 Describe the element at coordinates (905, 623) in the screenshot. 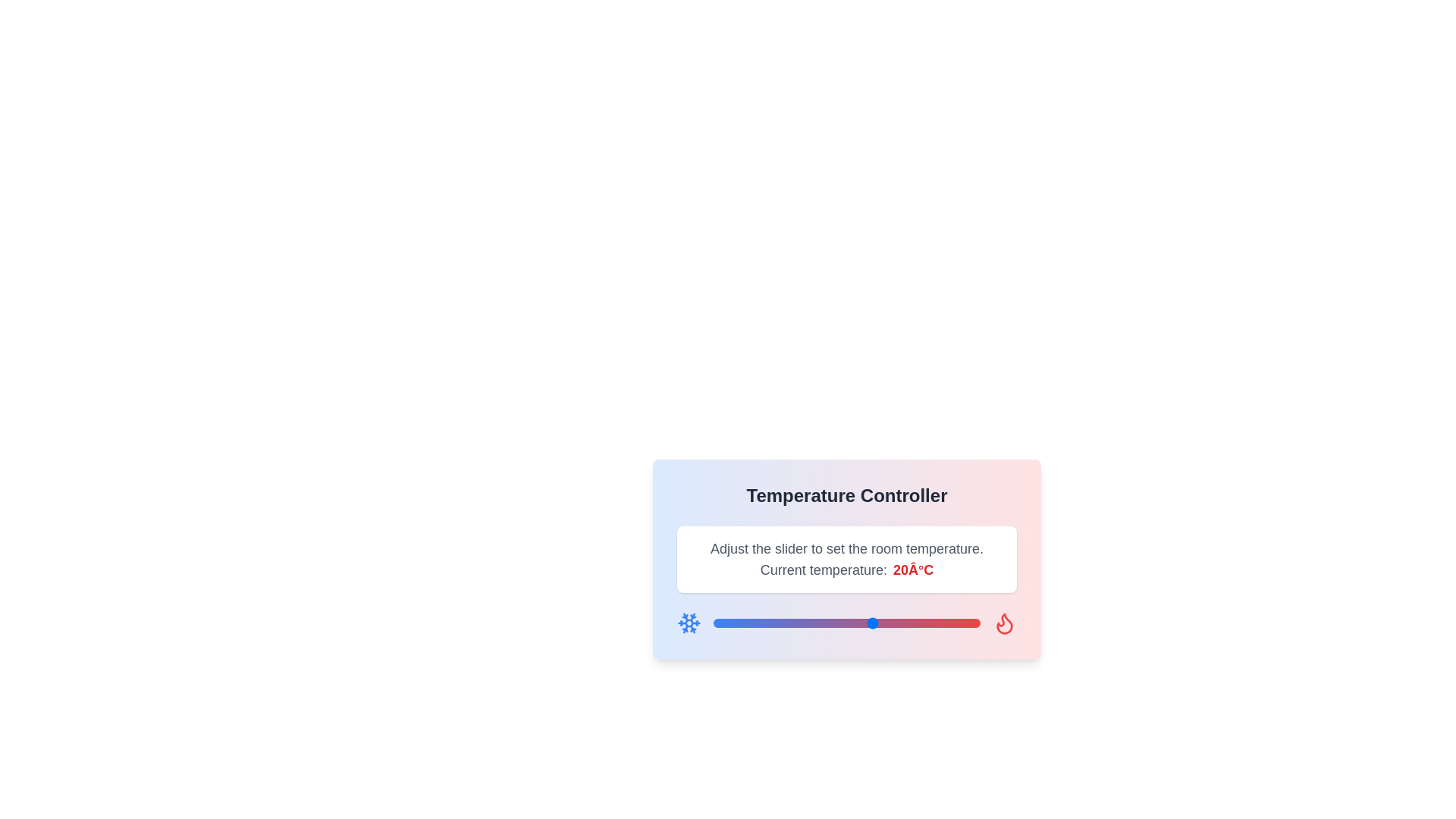

I see `the temperature slider to set the temperature to 26°C` at that location.